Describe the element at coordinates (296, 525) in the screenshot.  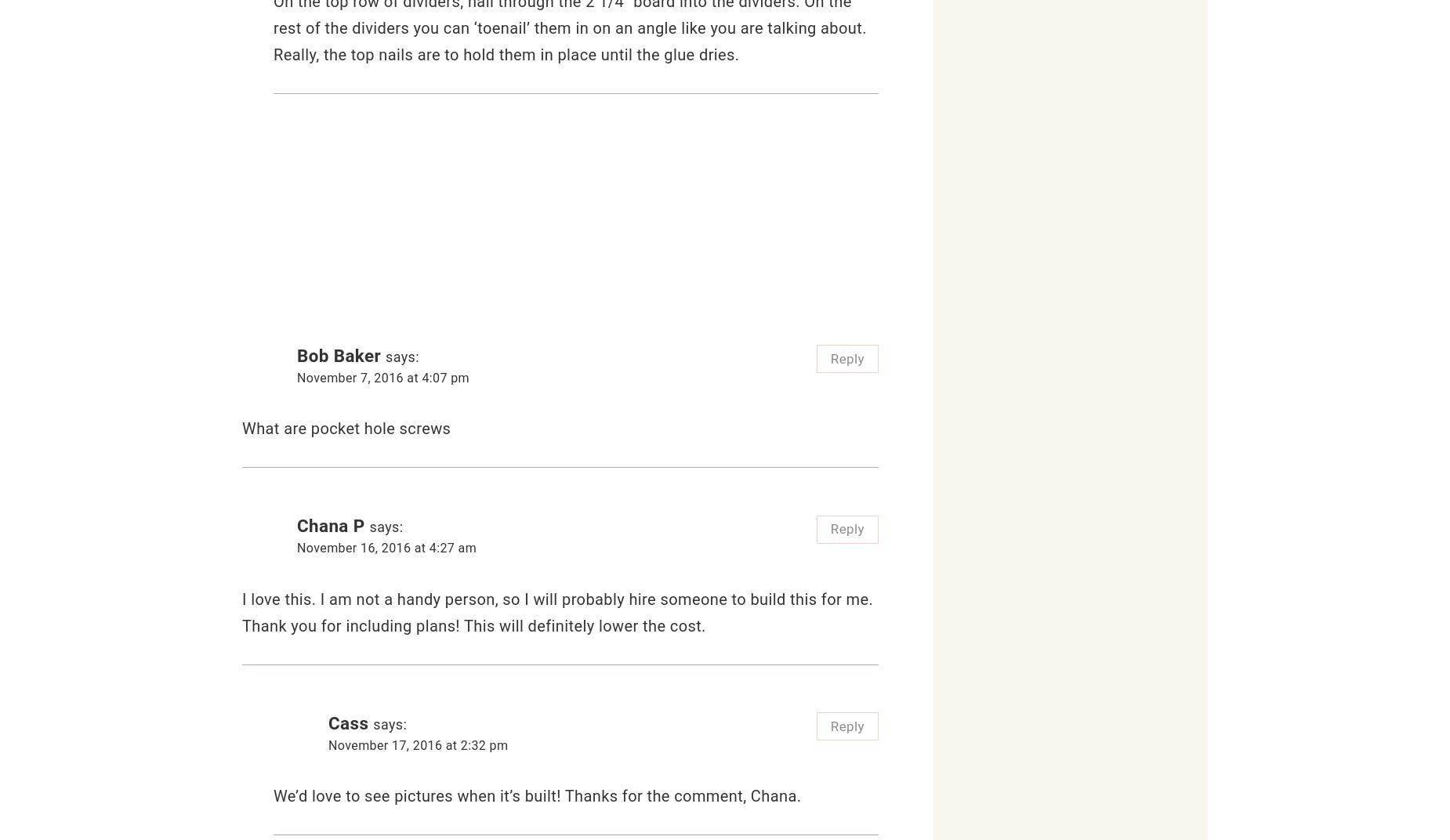
I see `'Chana P'` at that location.